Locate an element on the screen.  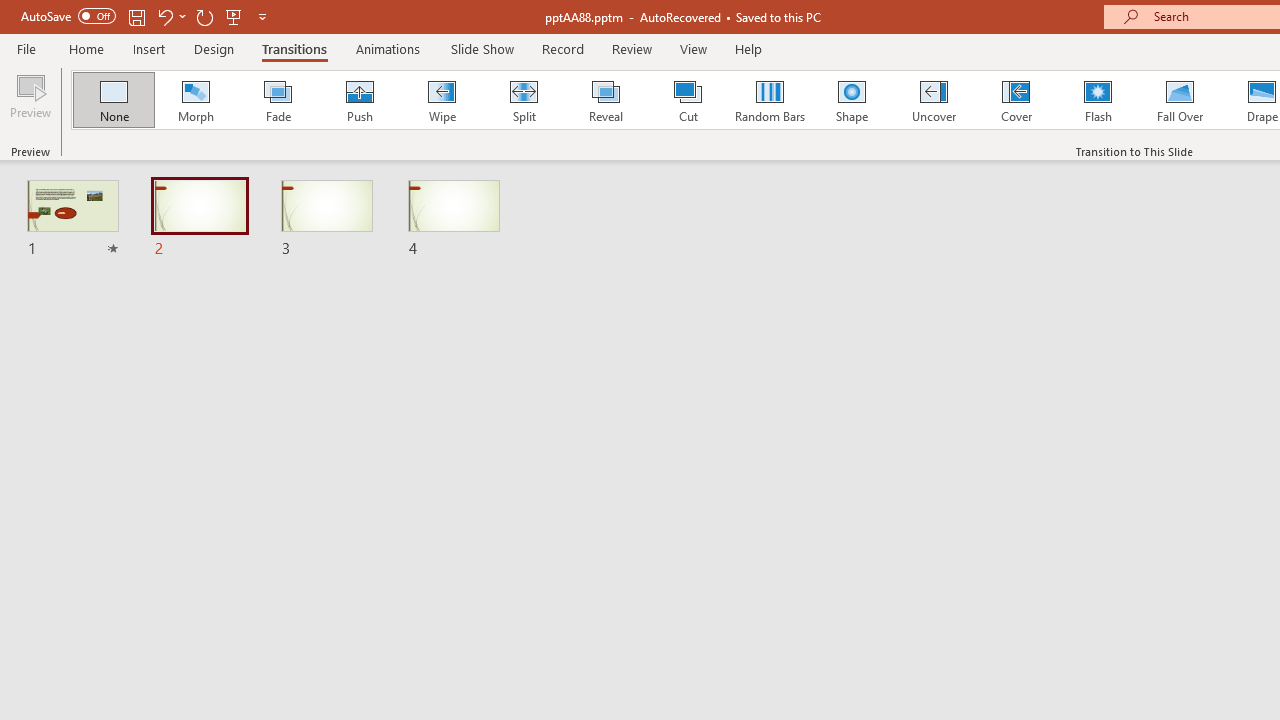
'Cover' is located at coordinates (1016, 100).